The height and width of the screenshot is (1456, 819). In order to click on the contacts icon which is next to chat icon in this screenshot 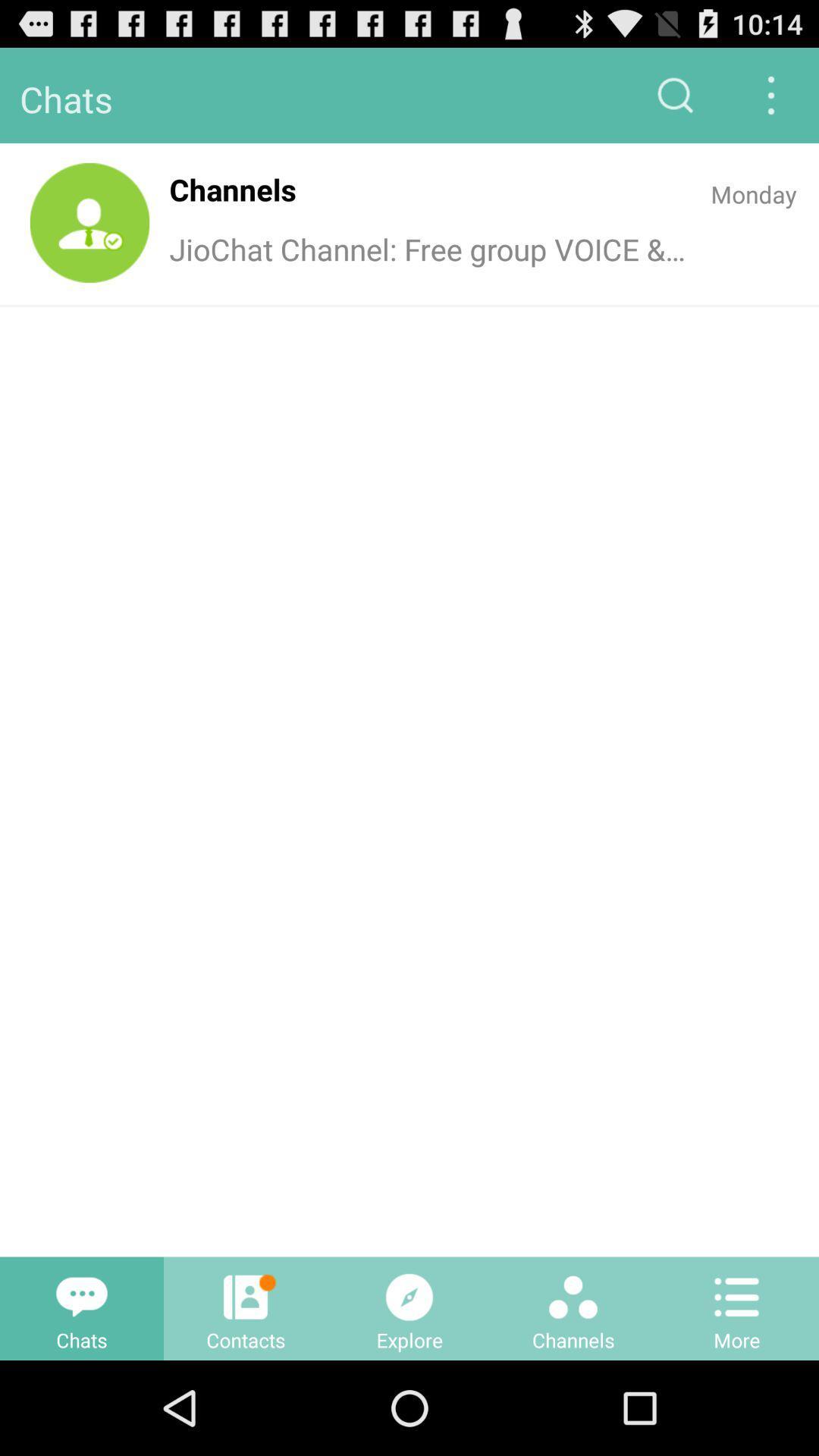, I will do `click(245, 1308)`.